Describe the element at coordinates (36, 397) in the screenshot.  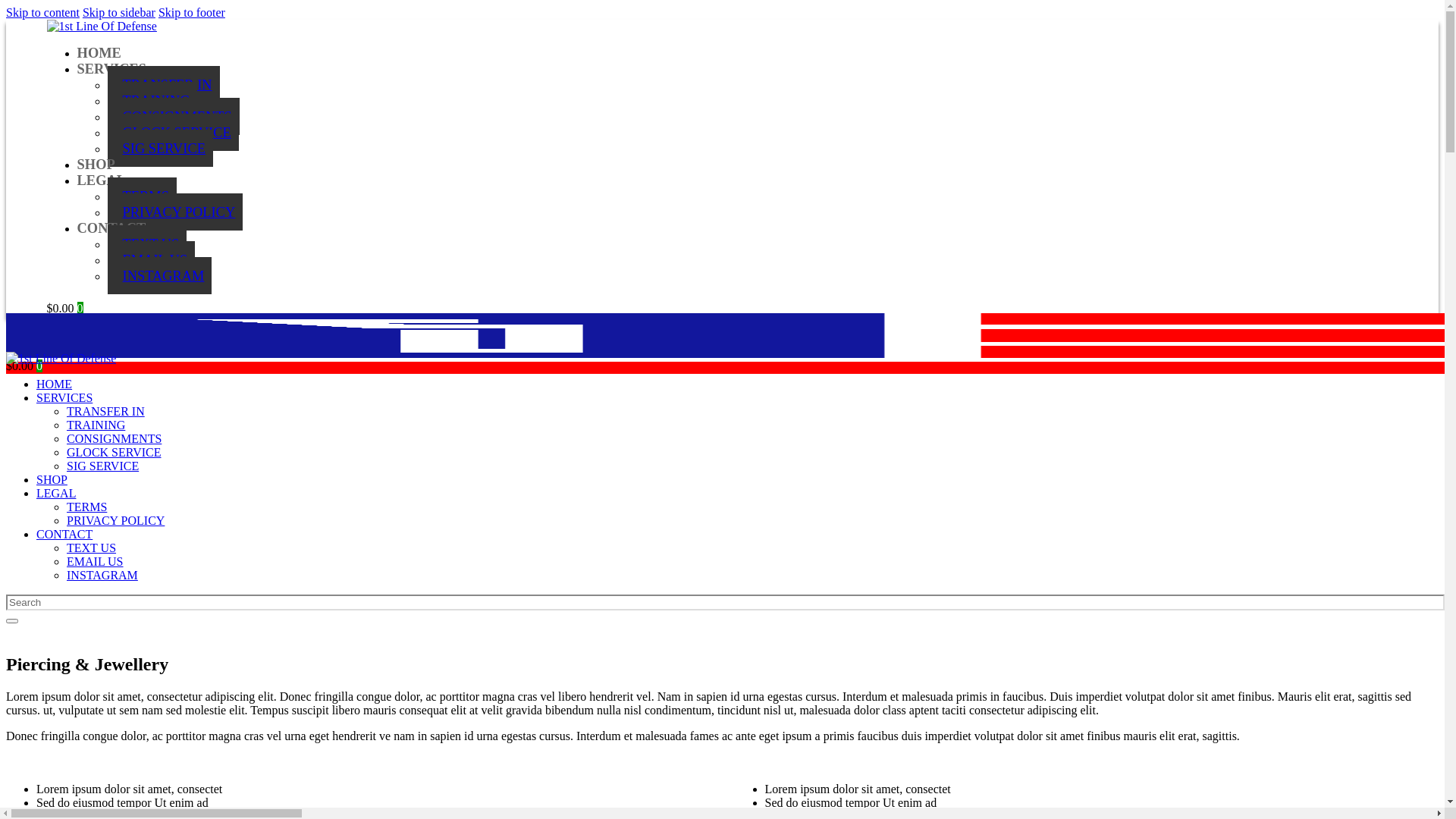
I see `'SERVICES'` at that location.